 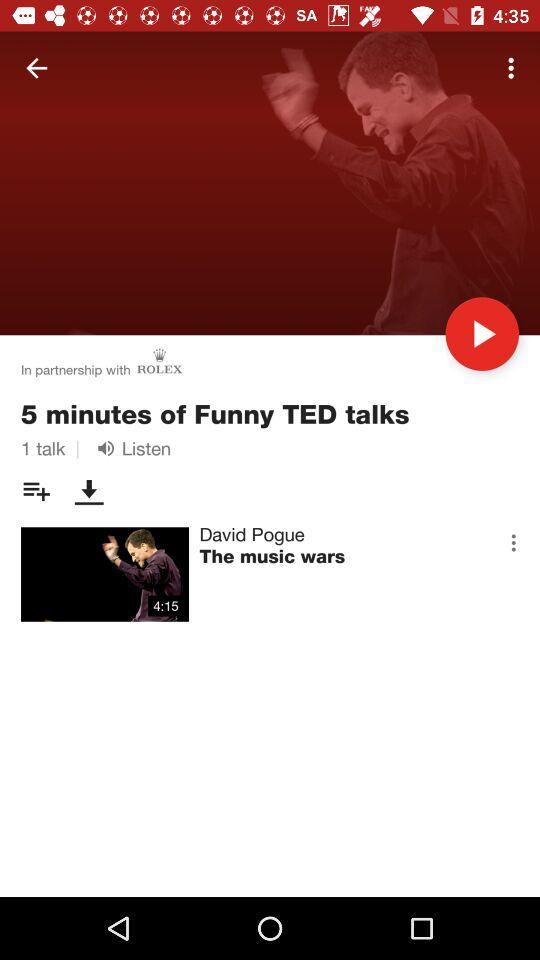 I want to click on the icon to the right of the | item, so click(x=130, y=448).